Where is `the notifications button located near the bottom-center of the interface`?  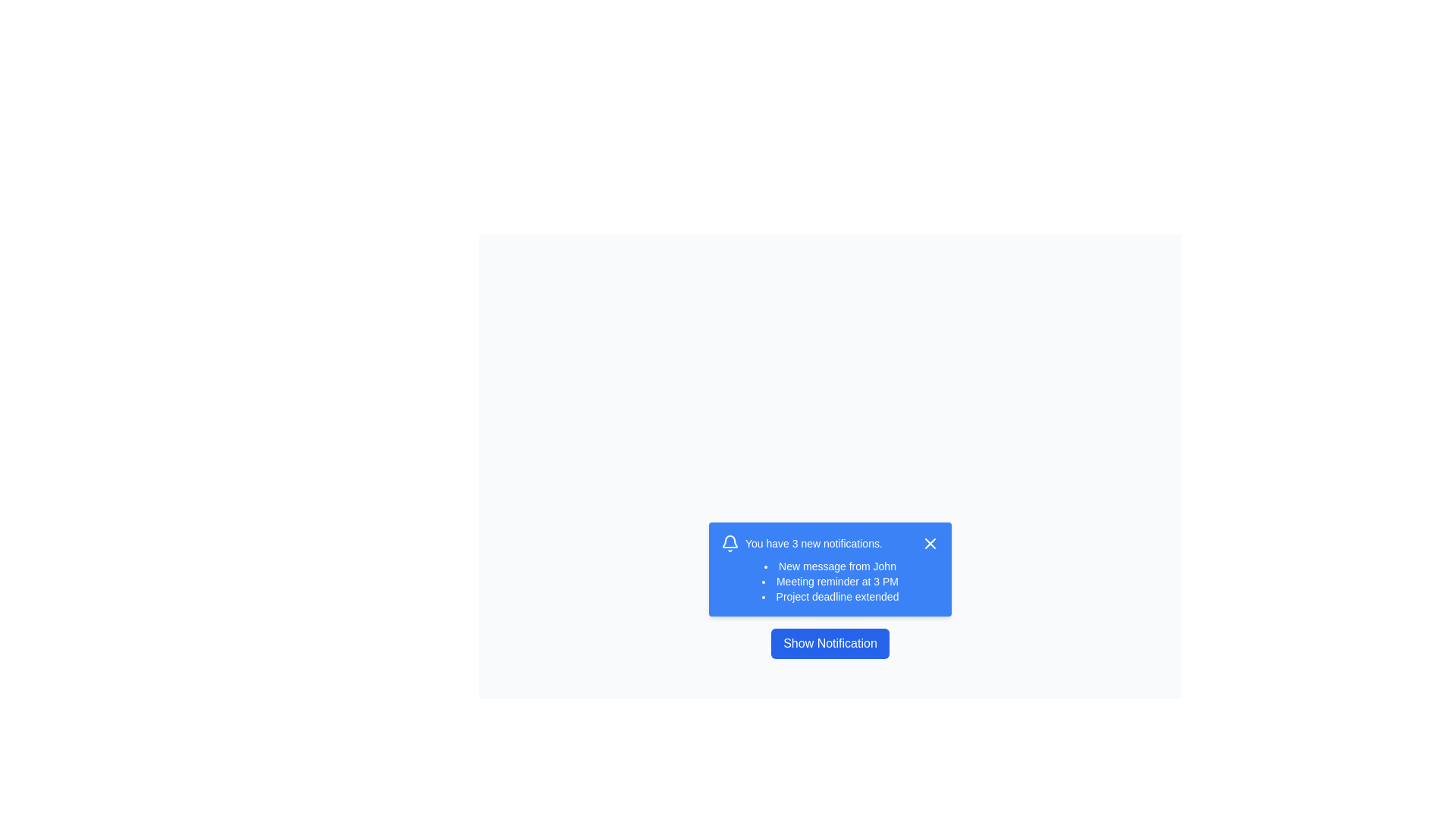 the notifications button located near the bottom-center of the interface is located at coordinates (829, 643).